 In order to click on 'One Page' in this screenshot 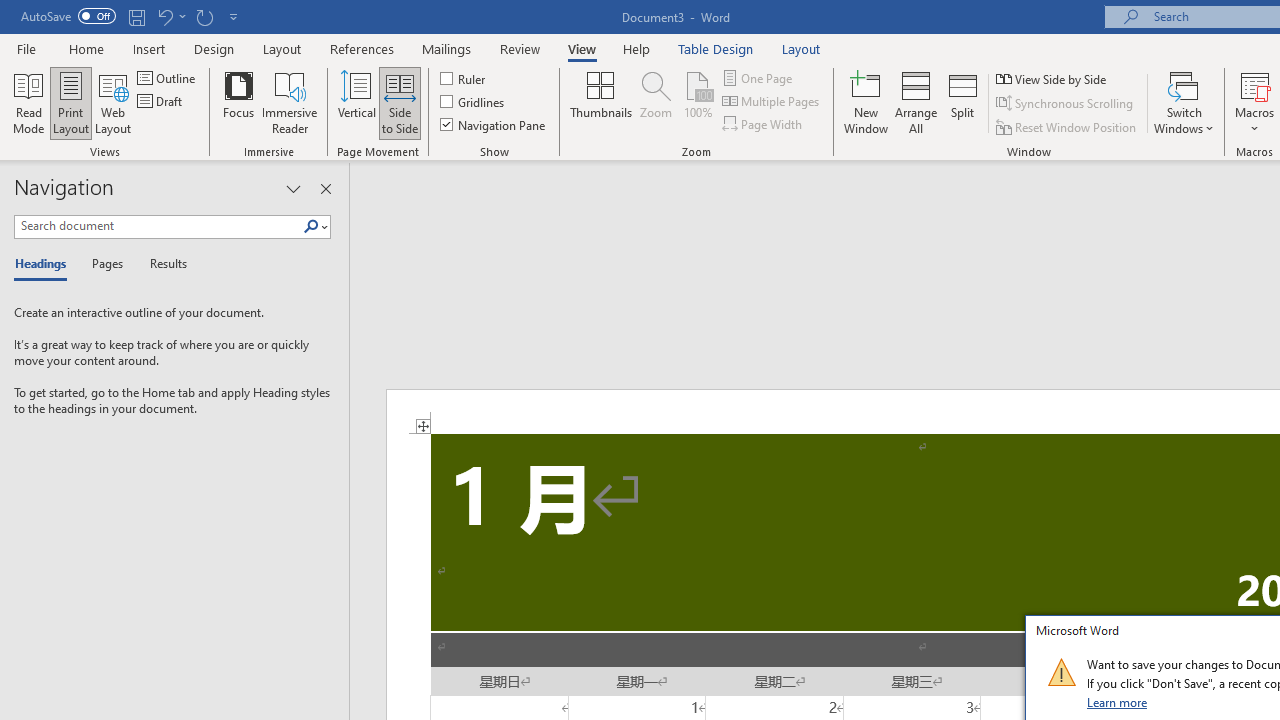, I will do `click(758, 77)`.